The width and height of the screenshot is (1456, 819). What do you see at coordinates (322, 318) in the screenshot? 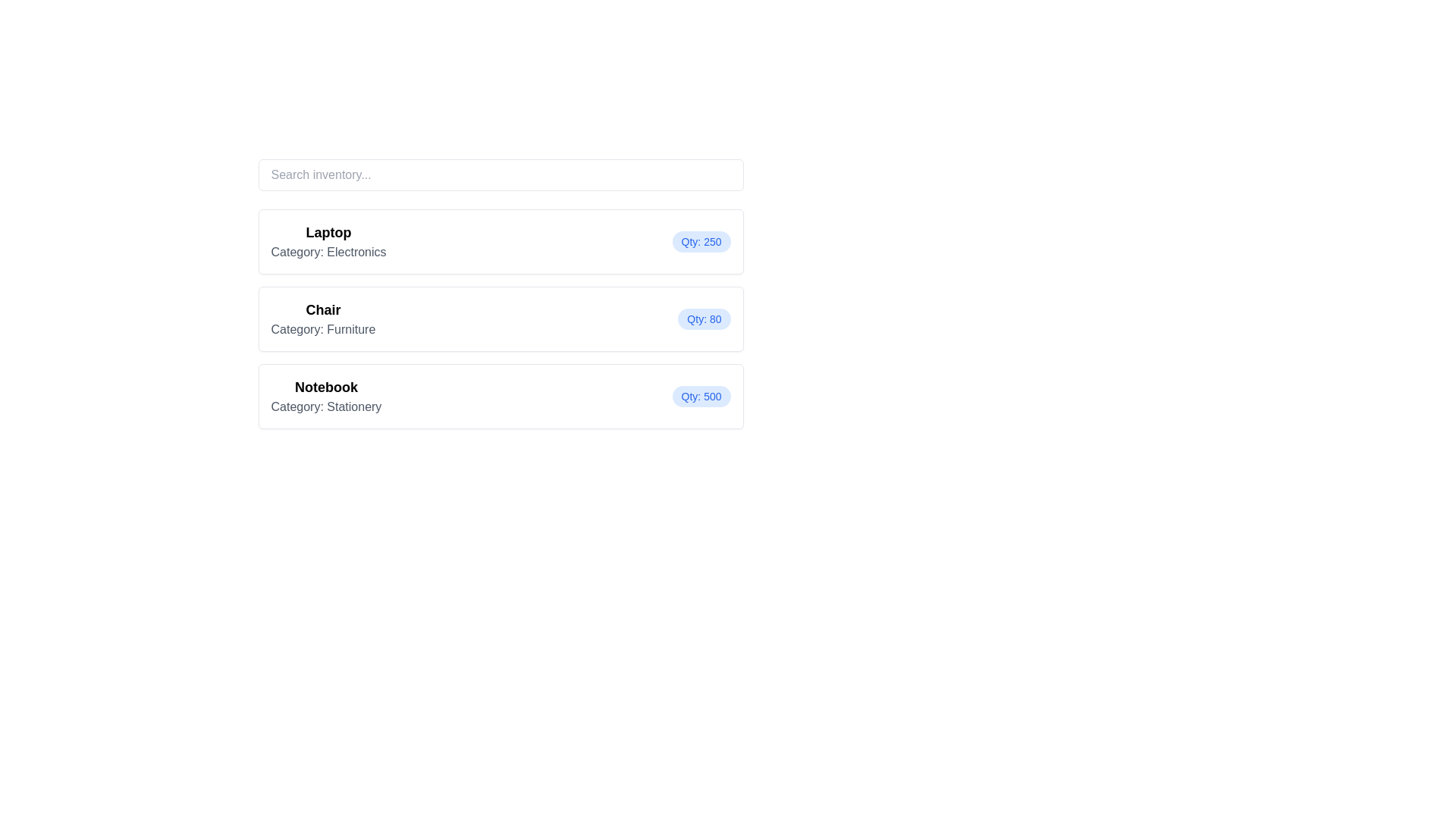
I see `text label that displays 'Chair' and 'Category: Furniture' located in the second card from the top within a structured card component` at bounding box center [322, 318].